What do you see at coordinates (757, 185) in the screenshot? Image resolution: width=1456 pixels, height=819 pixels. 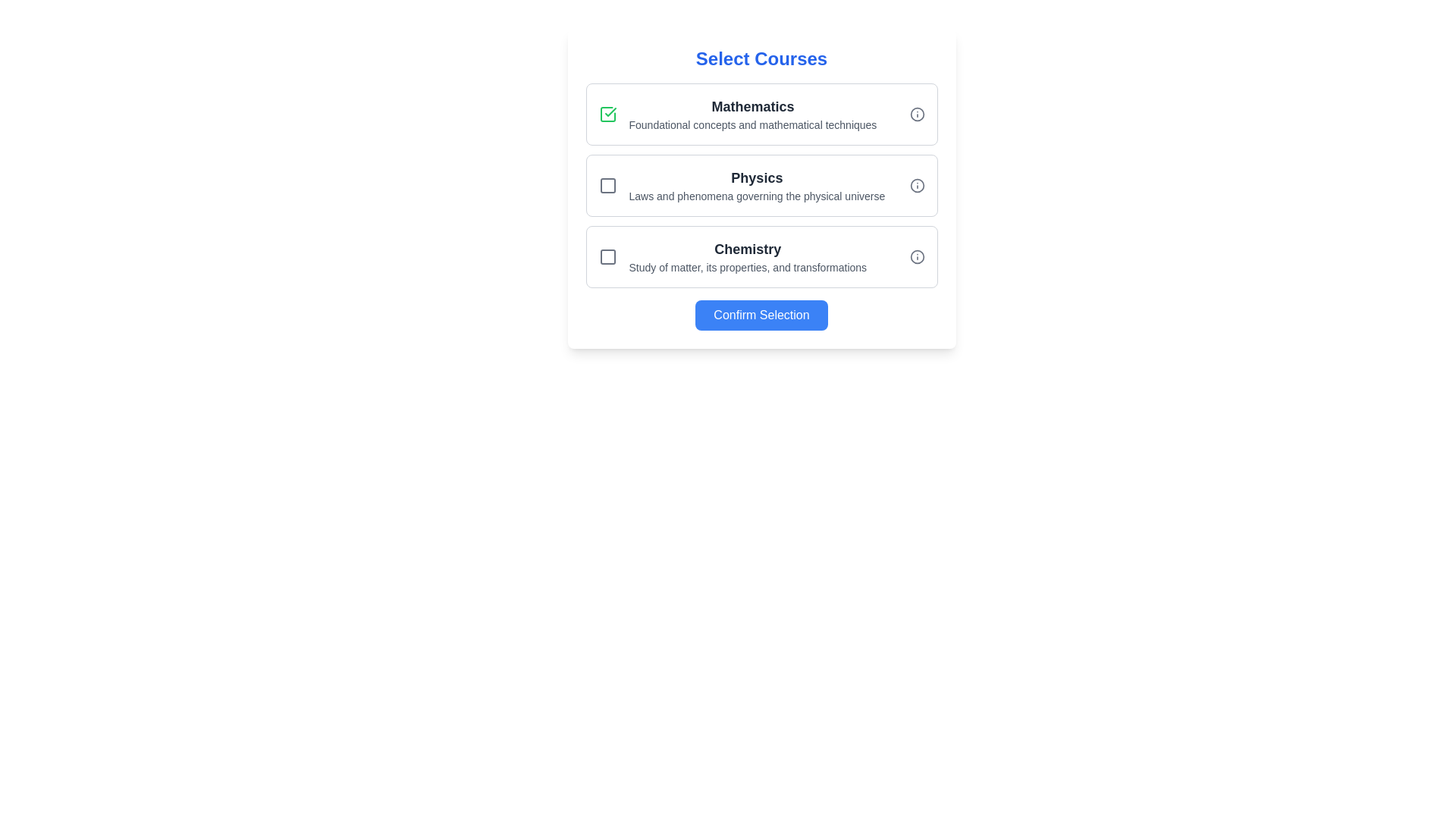 I see `the List Item element labeled 'Physics' with a description about physical laws` at bounding box center [757, 185].